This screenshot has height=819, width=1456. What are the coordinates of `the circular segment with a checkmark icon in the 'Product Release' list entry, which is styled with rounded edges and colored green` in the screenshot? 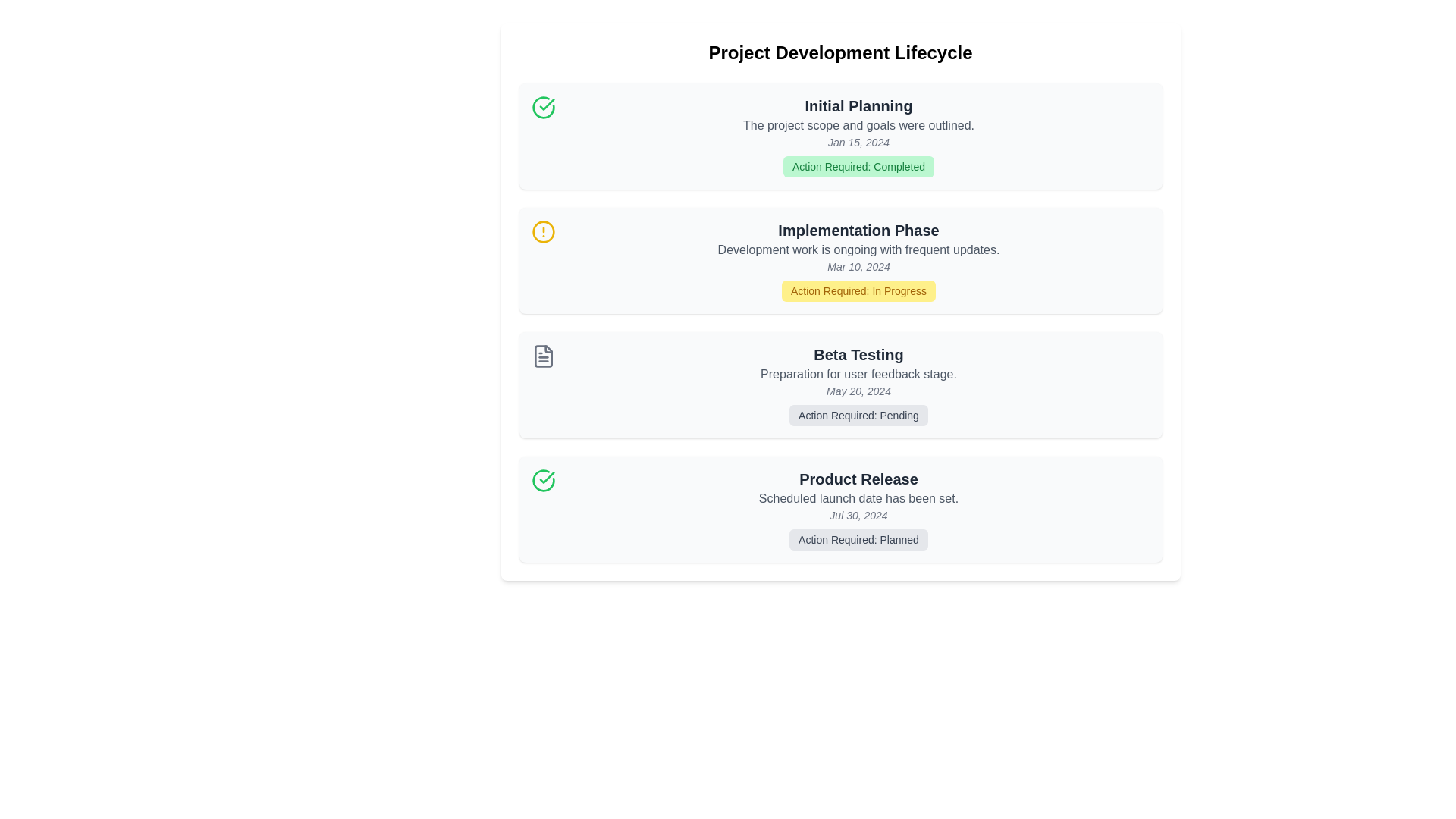 It's located at (543, 480).